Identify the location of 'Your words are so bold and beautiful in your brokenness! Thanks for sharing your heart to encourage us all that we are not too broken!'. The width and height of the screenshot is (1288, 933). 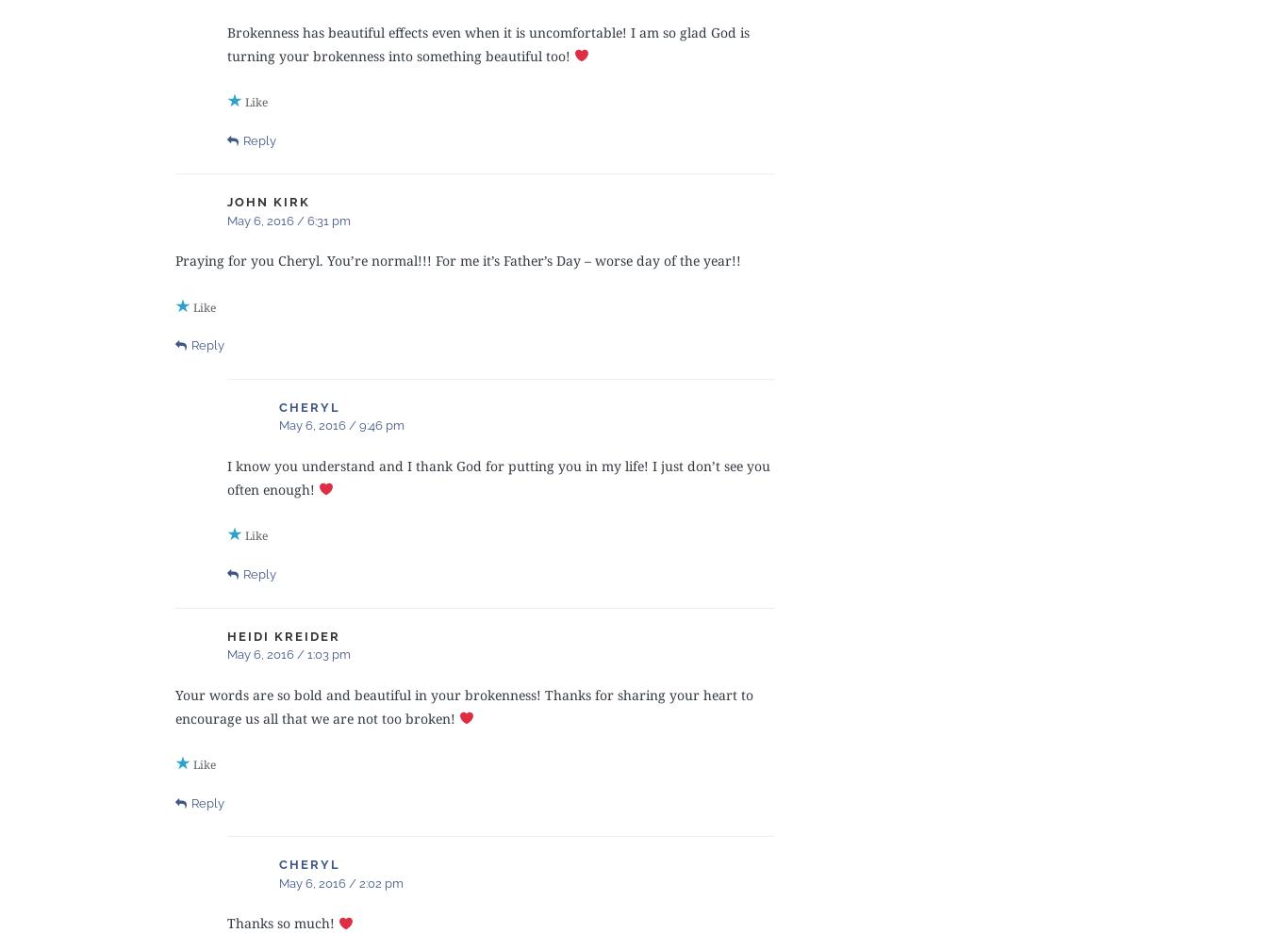
(174, 706).